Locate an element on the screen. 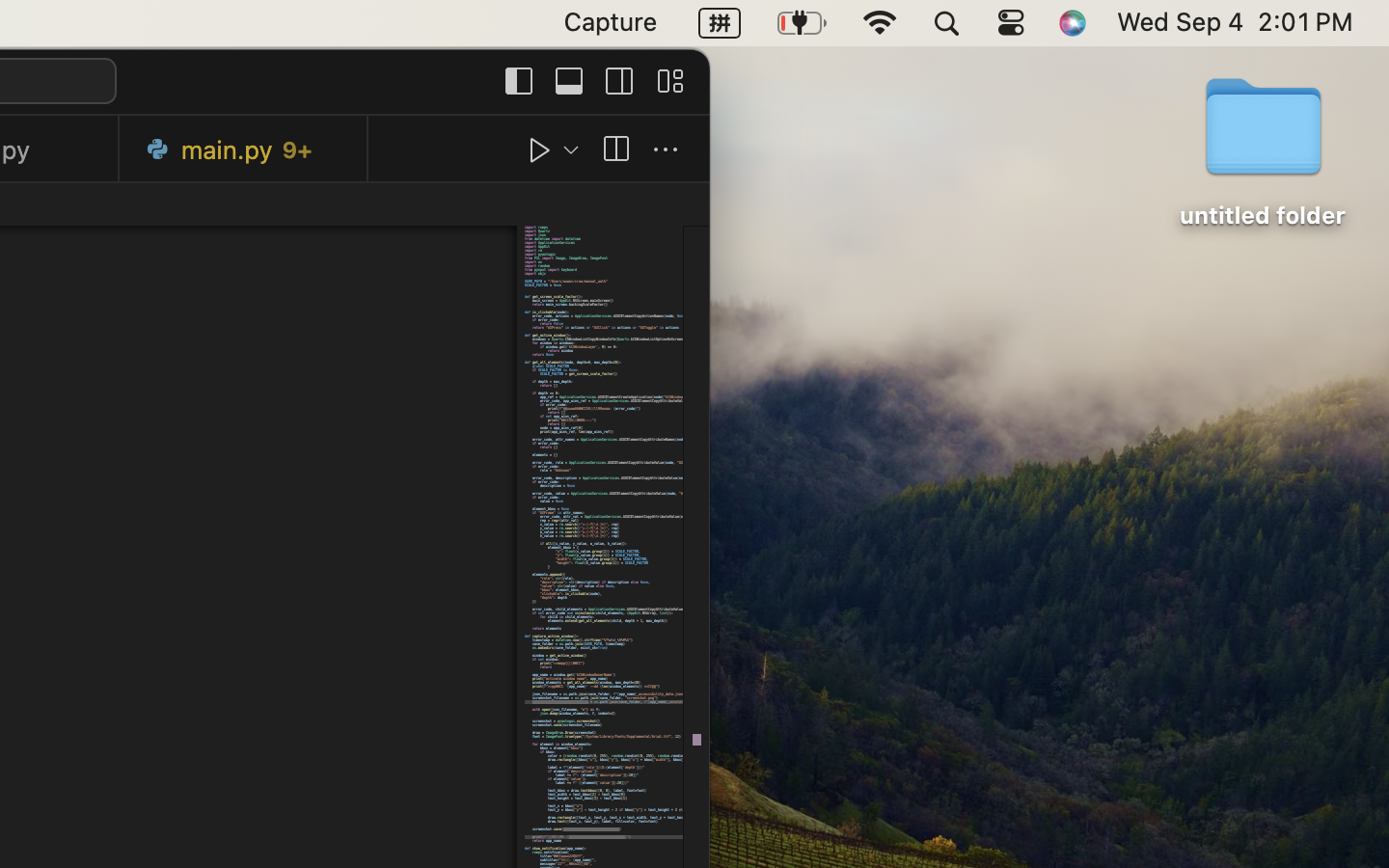 This screenshot has width=1389, height=868. '' is located at coordinates (540, 149).